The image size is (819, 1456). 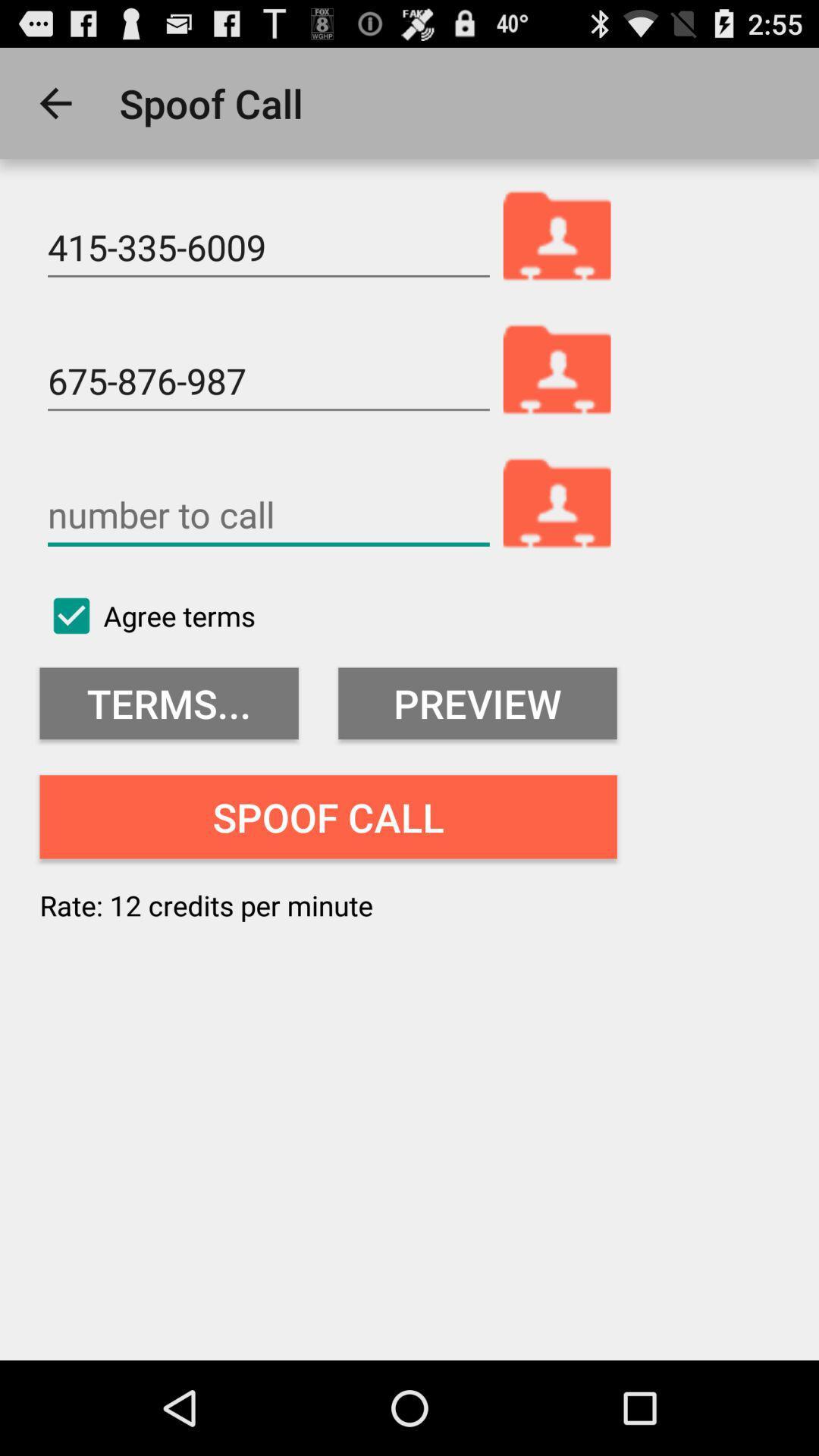 What do you see at coordinates (169, 702) in the screenshot?
I see `the item next to the preview icon` at bounding box center [169, 702].